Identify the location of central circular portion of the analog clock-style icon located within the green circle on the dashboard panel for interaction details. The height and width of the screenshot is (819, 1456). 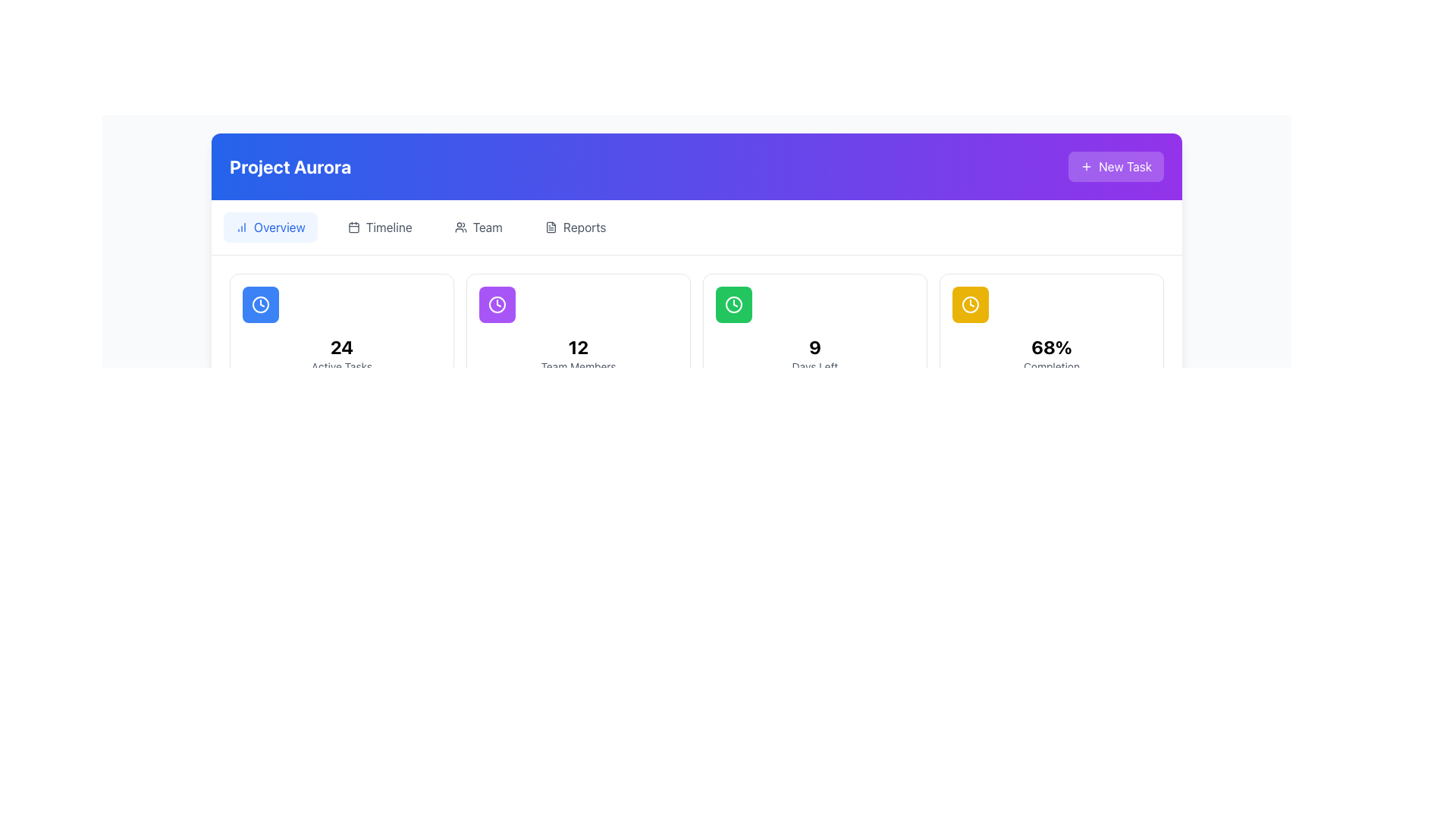
(734, 304).